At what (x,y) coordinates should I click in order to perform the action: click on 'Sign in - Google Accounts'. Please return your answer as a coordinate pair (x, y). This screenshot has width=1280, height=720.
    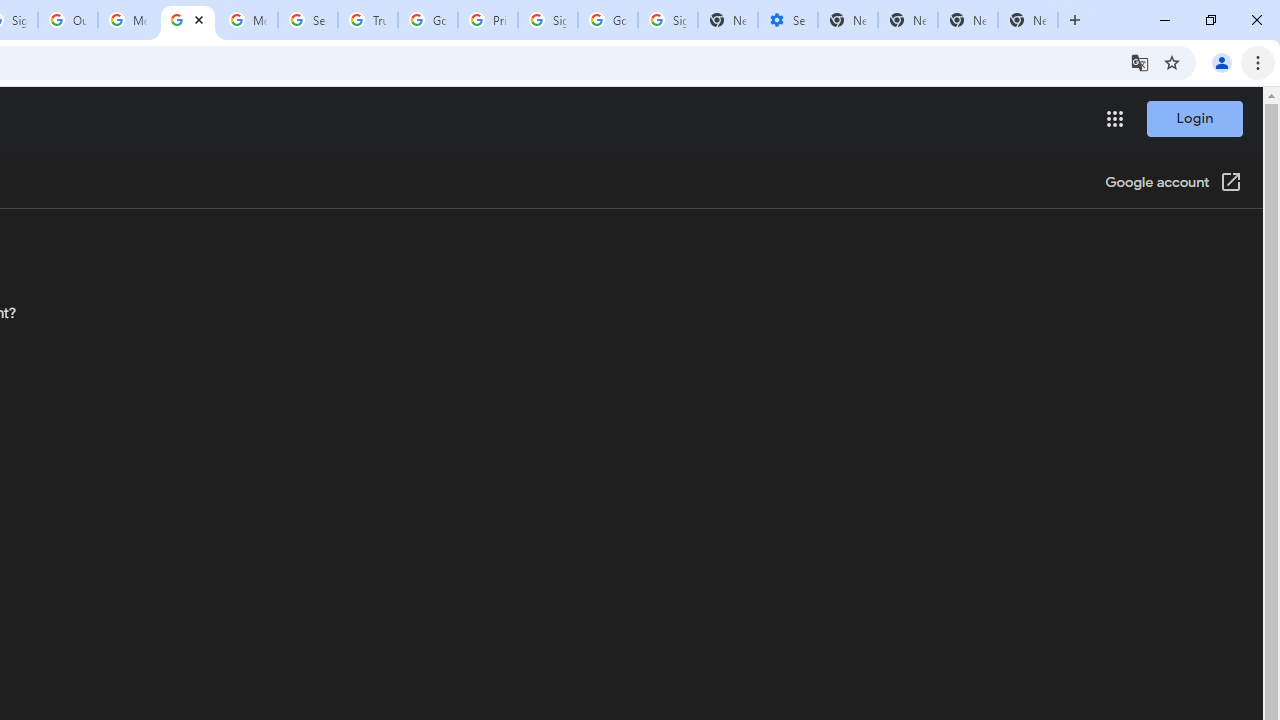
    Looking at the image, I should click on (548, 20).